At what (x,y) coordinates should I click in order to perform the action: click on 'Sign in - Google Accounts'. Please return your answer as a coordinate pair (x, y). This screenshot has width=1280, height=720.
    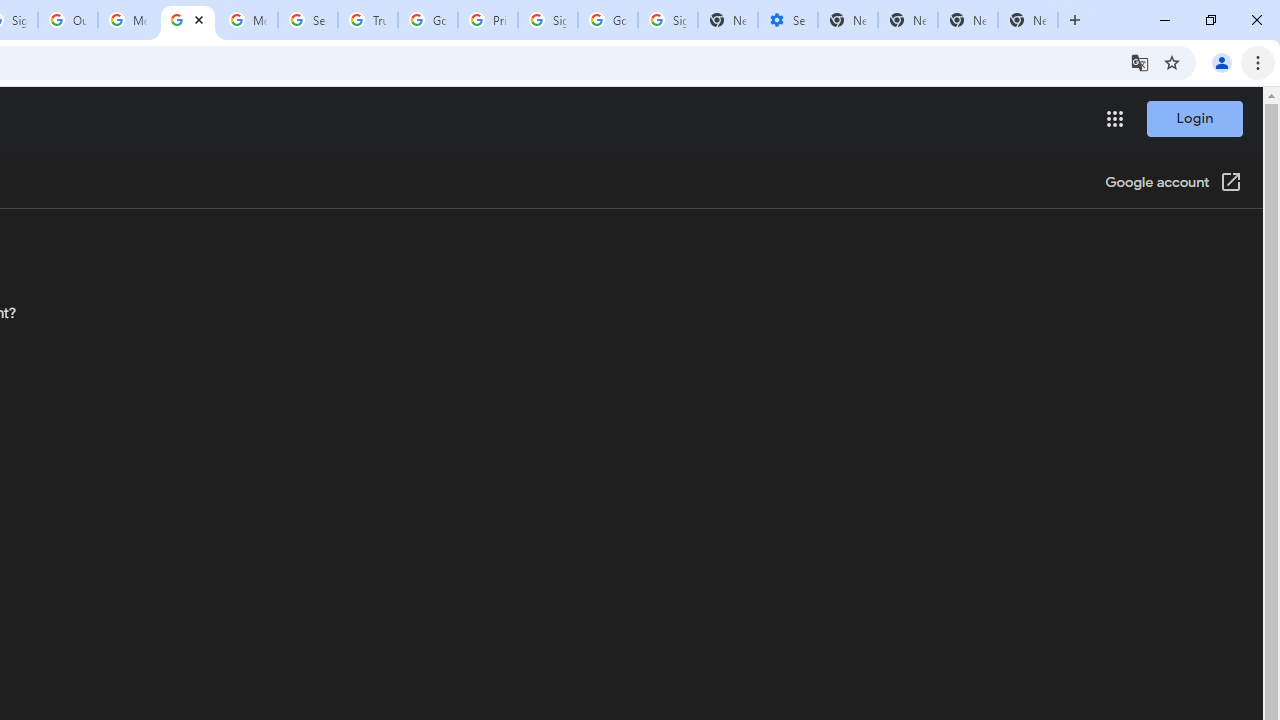
    Looking at the image, I should click on (548, 20).